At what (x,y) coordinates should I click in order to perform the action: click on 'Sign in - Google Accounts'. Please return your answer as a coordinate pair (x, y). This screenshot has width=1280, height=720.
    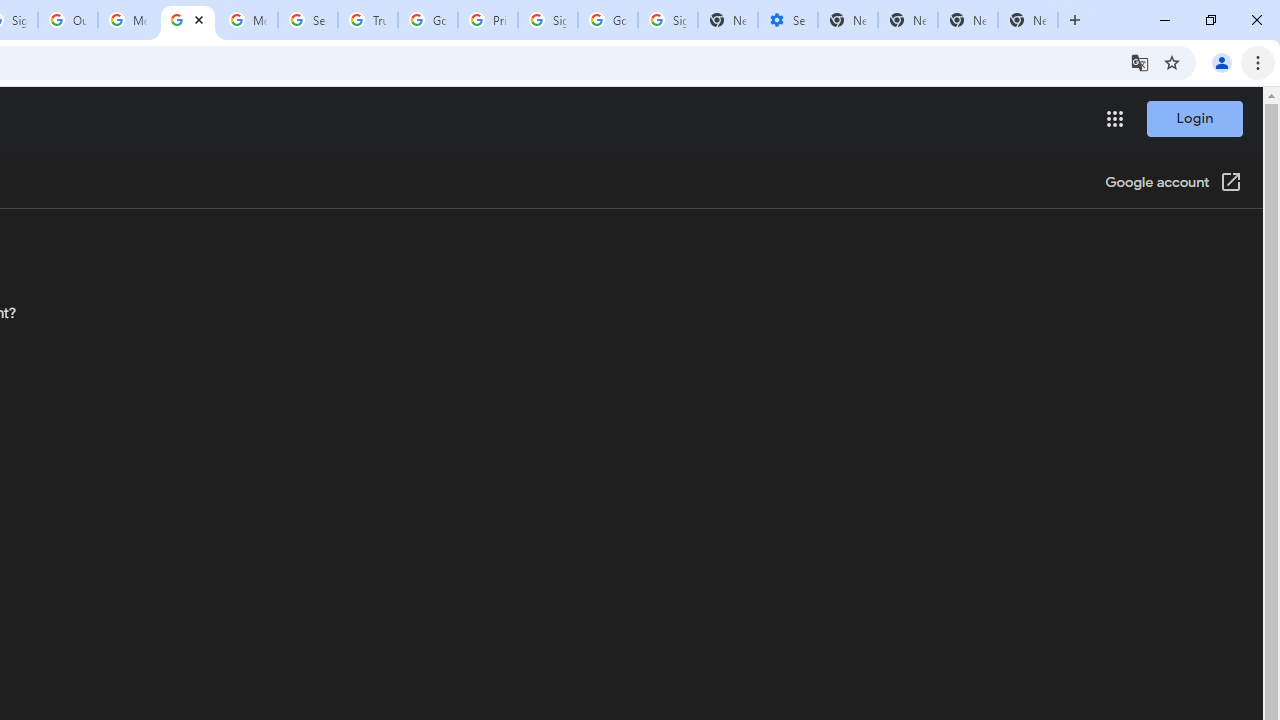
    Looking at the image, I should click on (548, 20).